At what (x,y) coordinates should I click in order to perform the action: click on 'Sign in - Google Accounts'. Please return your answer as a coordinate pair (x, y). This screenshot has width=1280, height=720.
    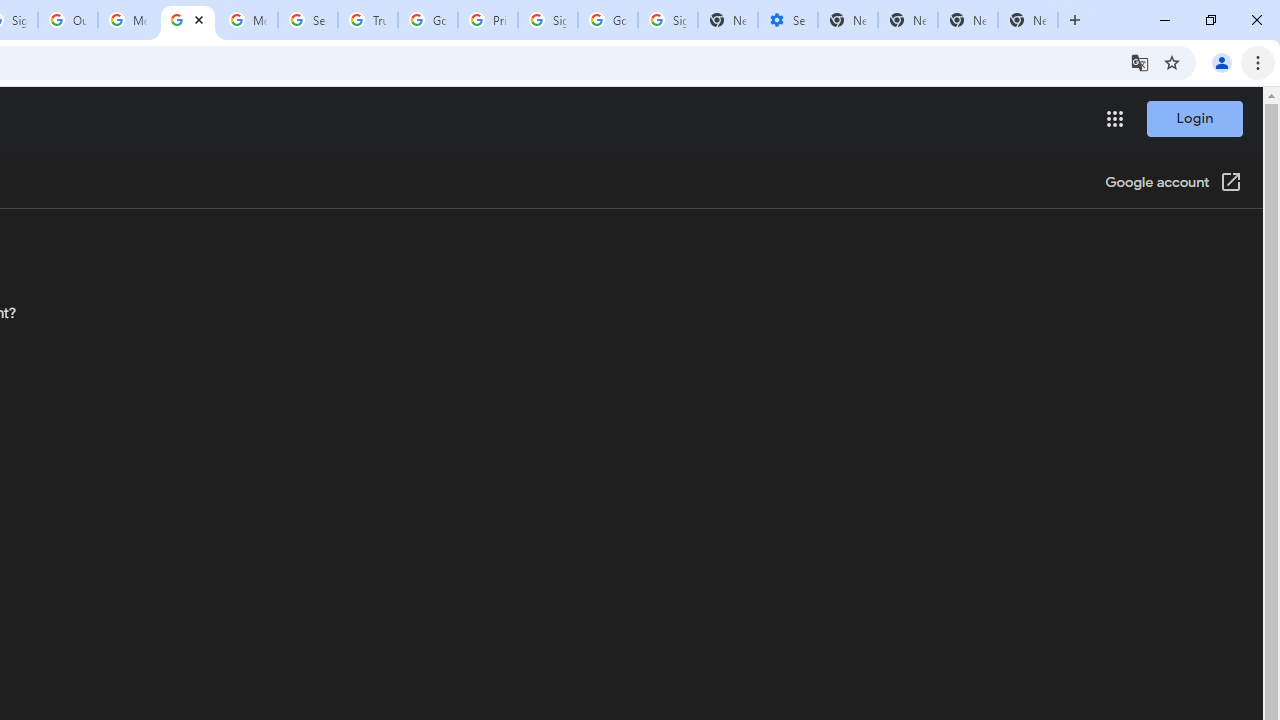
    Looking at the image, I should click on (548, 20).